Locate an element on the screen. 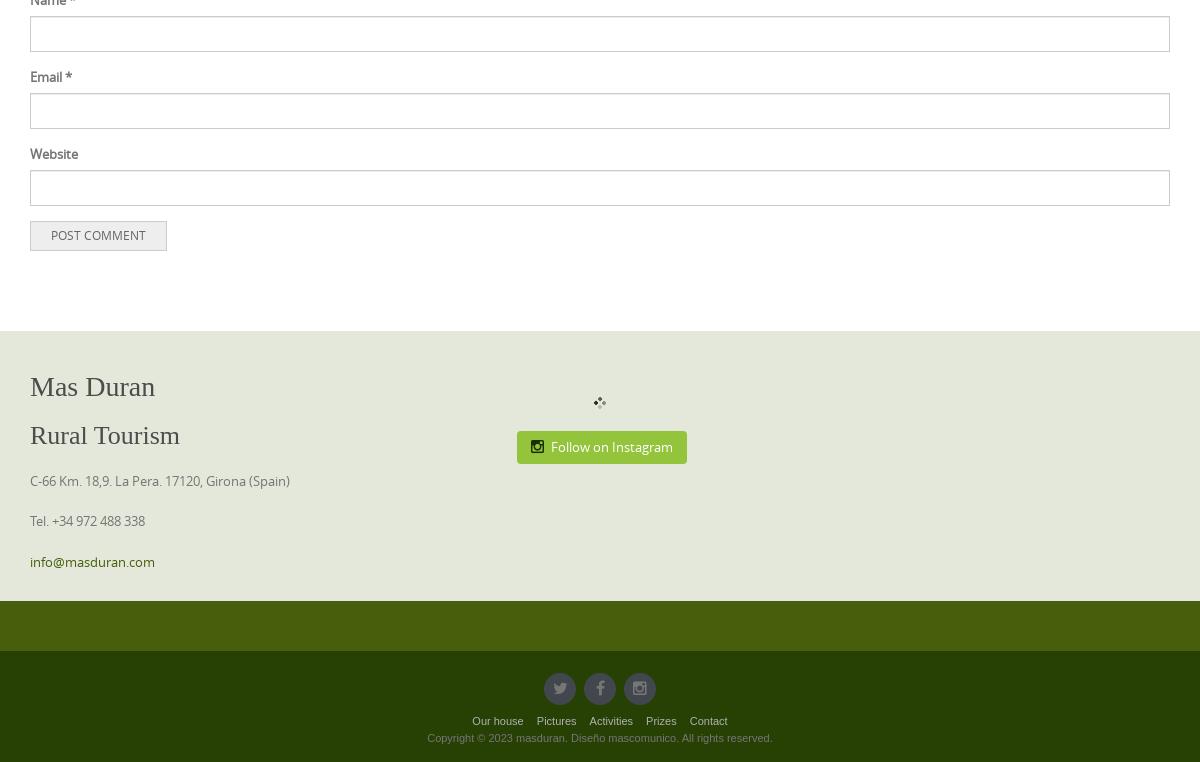  'Prizes' is located at coordinates (660, 720).